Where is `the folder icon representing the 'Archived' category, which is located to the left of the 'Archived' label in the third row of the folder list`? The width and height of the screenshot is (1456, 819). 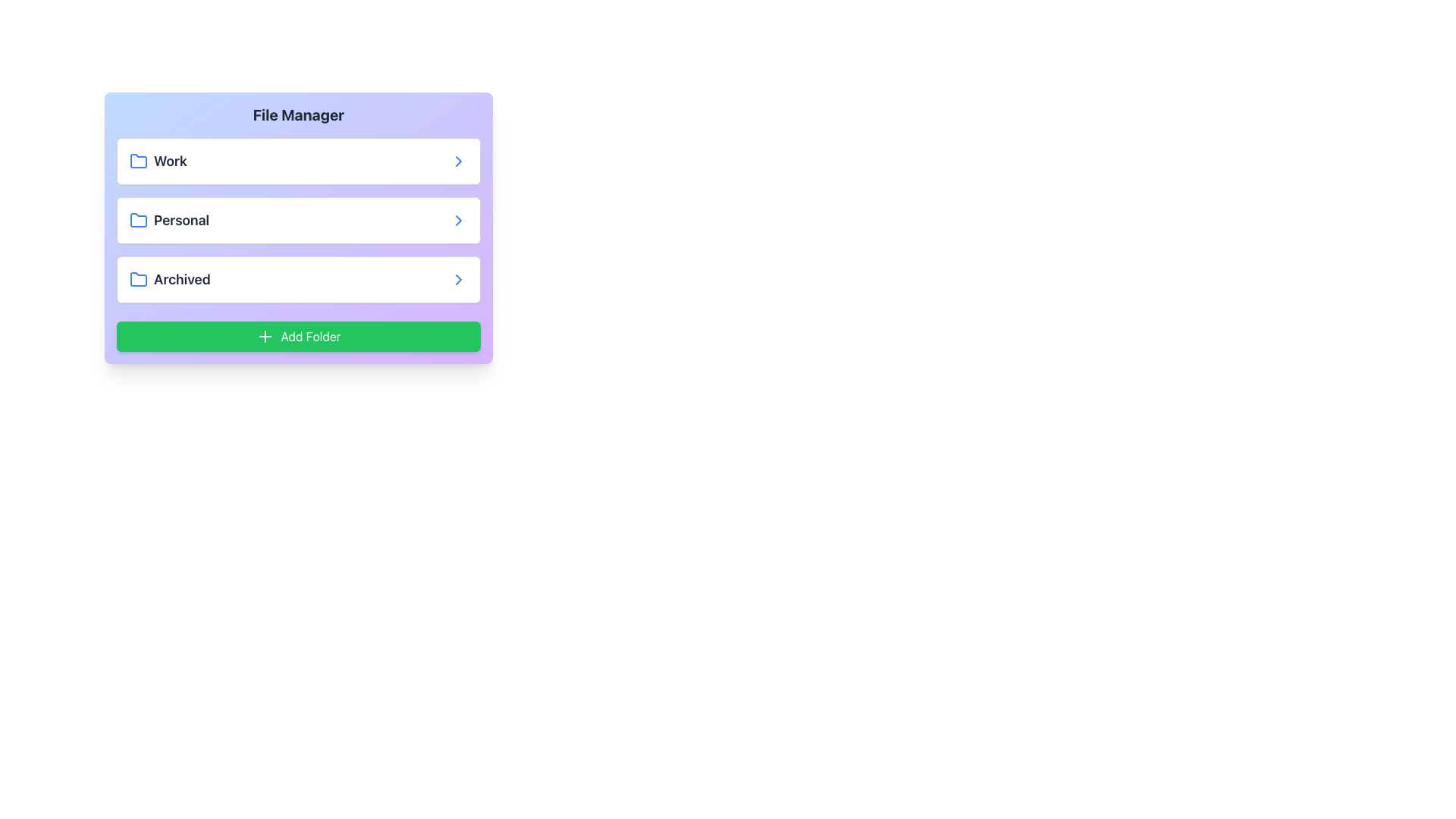
the folder icon representing the 'Archived' category, which is located to the left of the 'Archived' label in the third row of the folder list is located at coordinates (138, 280).